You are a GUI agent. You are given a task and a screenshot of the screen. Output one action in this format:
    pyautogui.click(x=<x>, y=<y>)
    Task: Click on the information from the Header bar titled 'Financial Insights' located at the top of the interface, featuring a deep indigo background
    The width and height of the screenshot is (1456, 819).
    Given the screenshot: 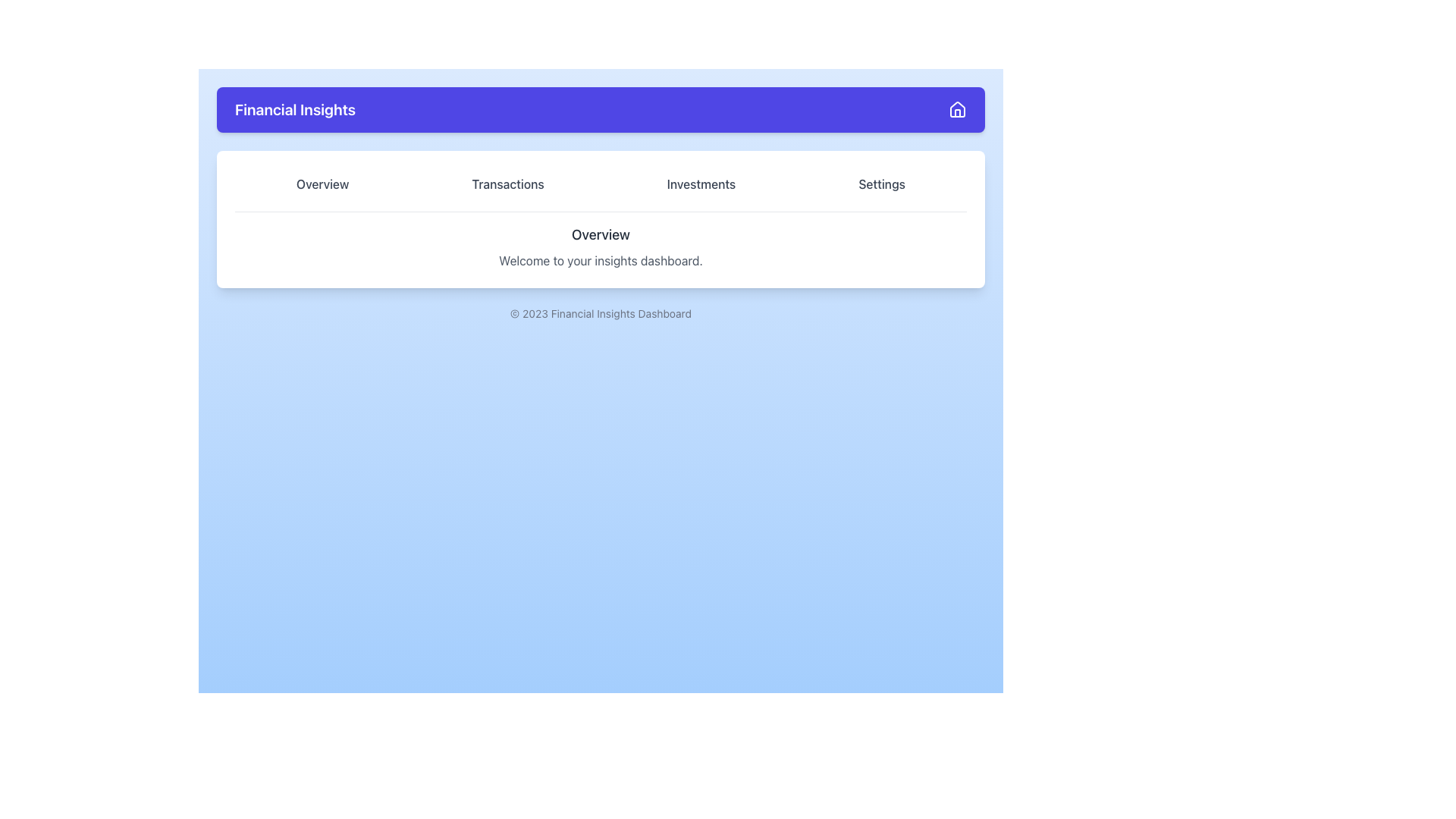 What is the action you would take?
    pyautogui.click(x=600, y=109)
    